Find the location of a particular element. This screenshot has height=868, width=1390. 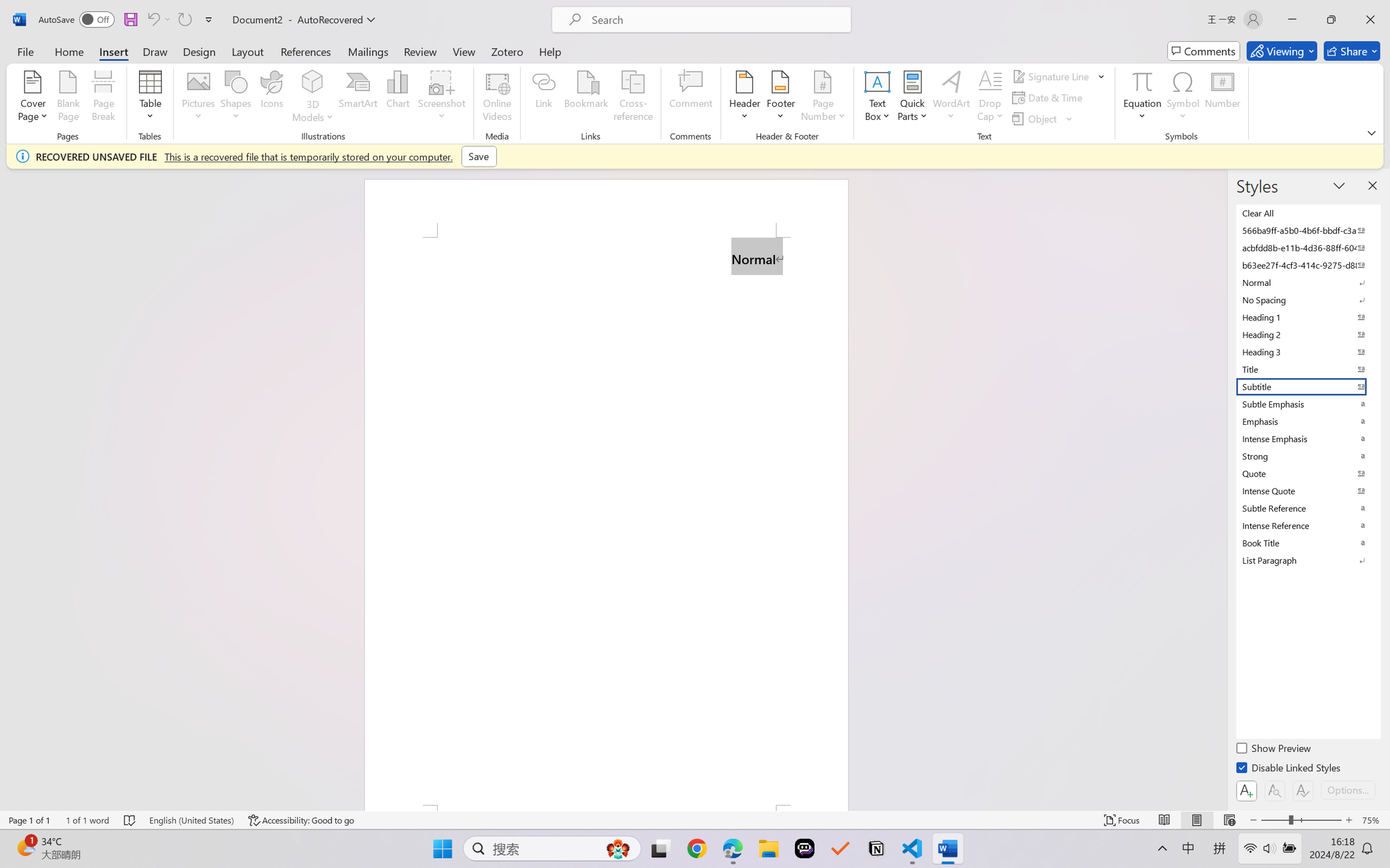

'Help' is located at coordinates (549, 51).